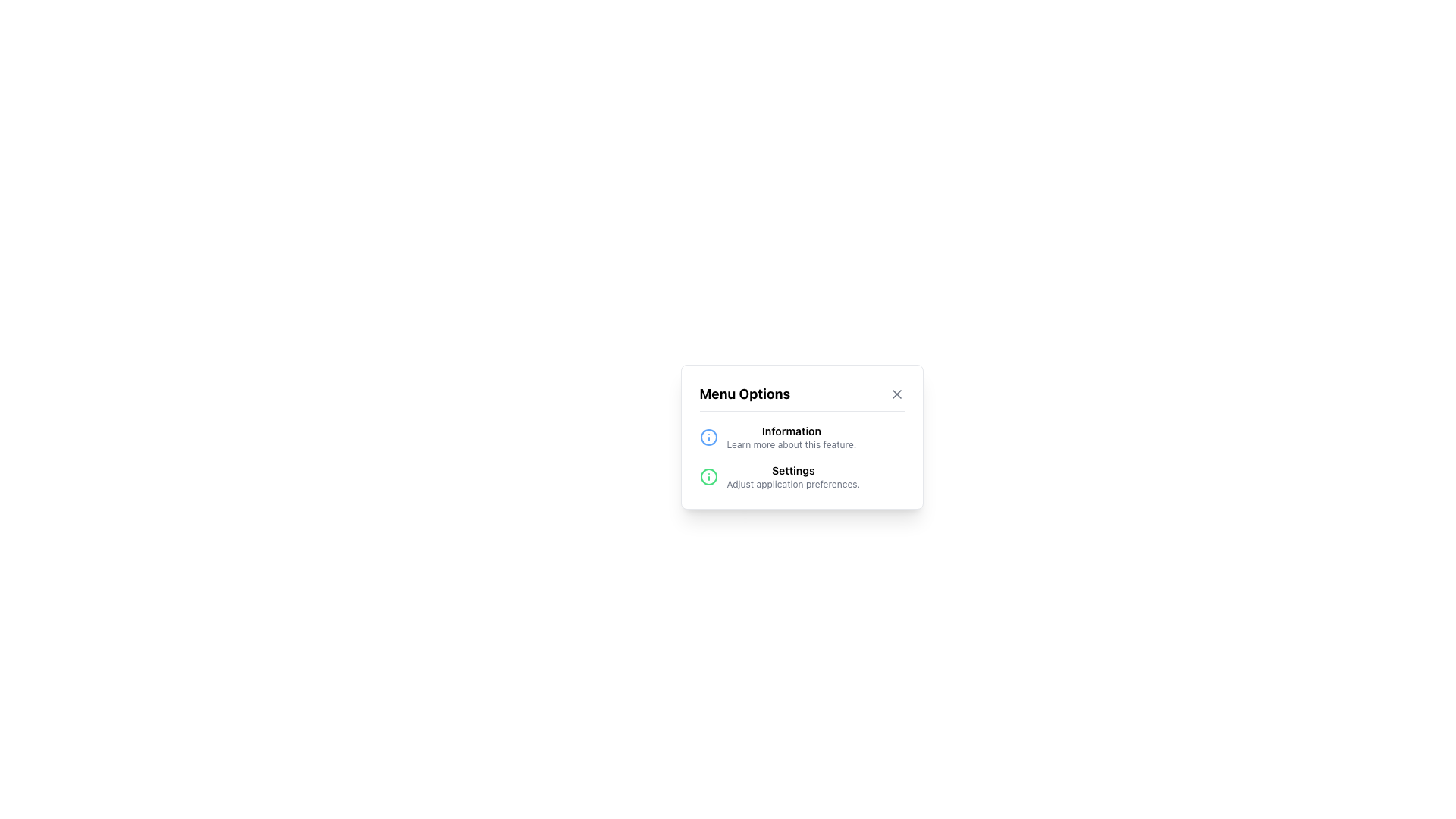  I want to click on the 'X' icon within the button located at the top-right corner of the 'Menu Options' panel, so click(896, 393).